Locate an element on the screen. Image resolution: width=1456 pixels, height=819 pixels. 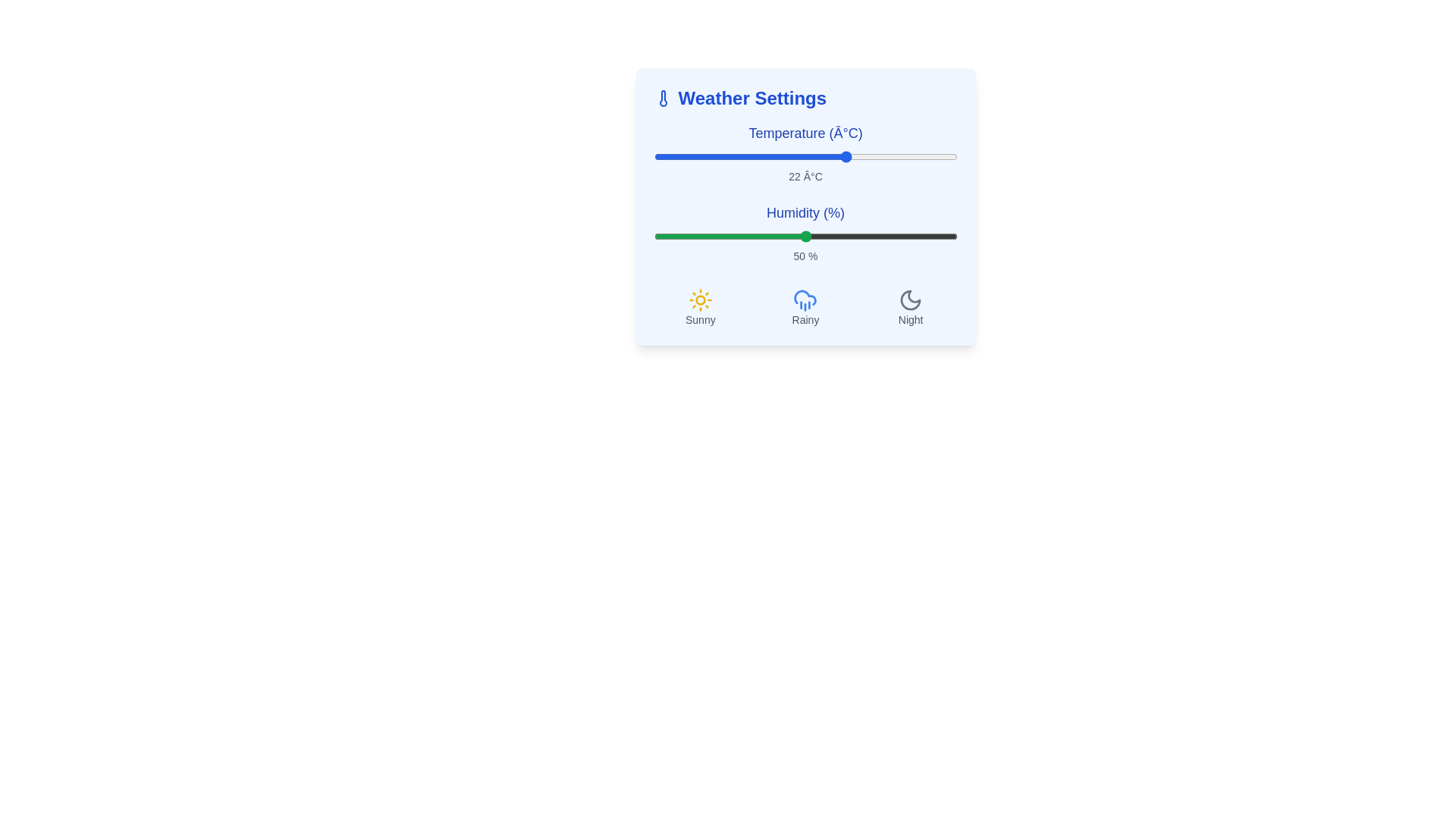
the 'rainy' weather condition icon located in the middle lower section of the card beneath the 'Weather Settings' heading is located at coordinates (805, 300).